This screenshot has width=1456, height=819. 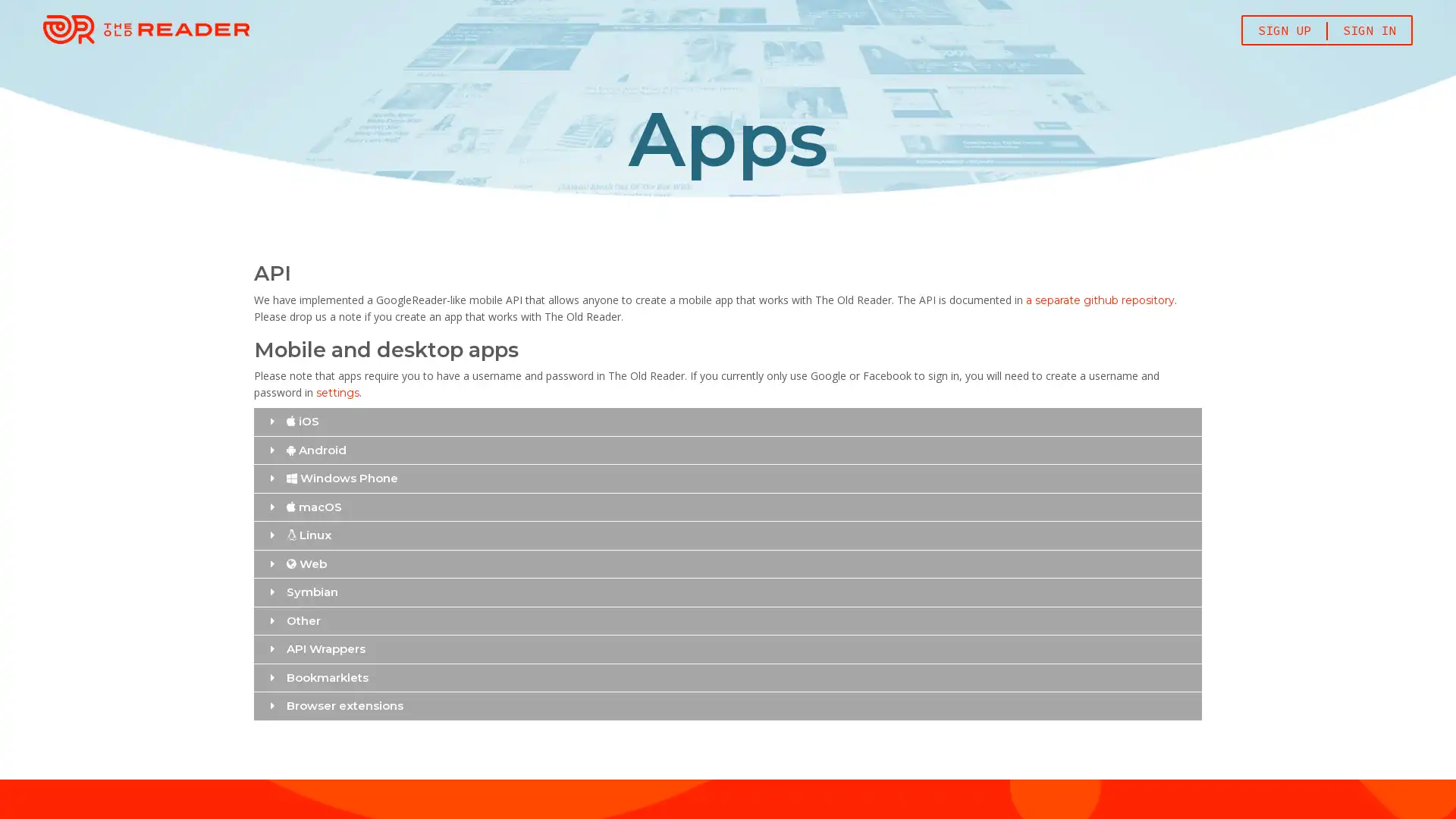 I want to click on macOS, so click(x=726, y=507).